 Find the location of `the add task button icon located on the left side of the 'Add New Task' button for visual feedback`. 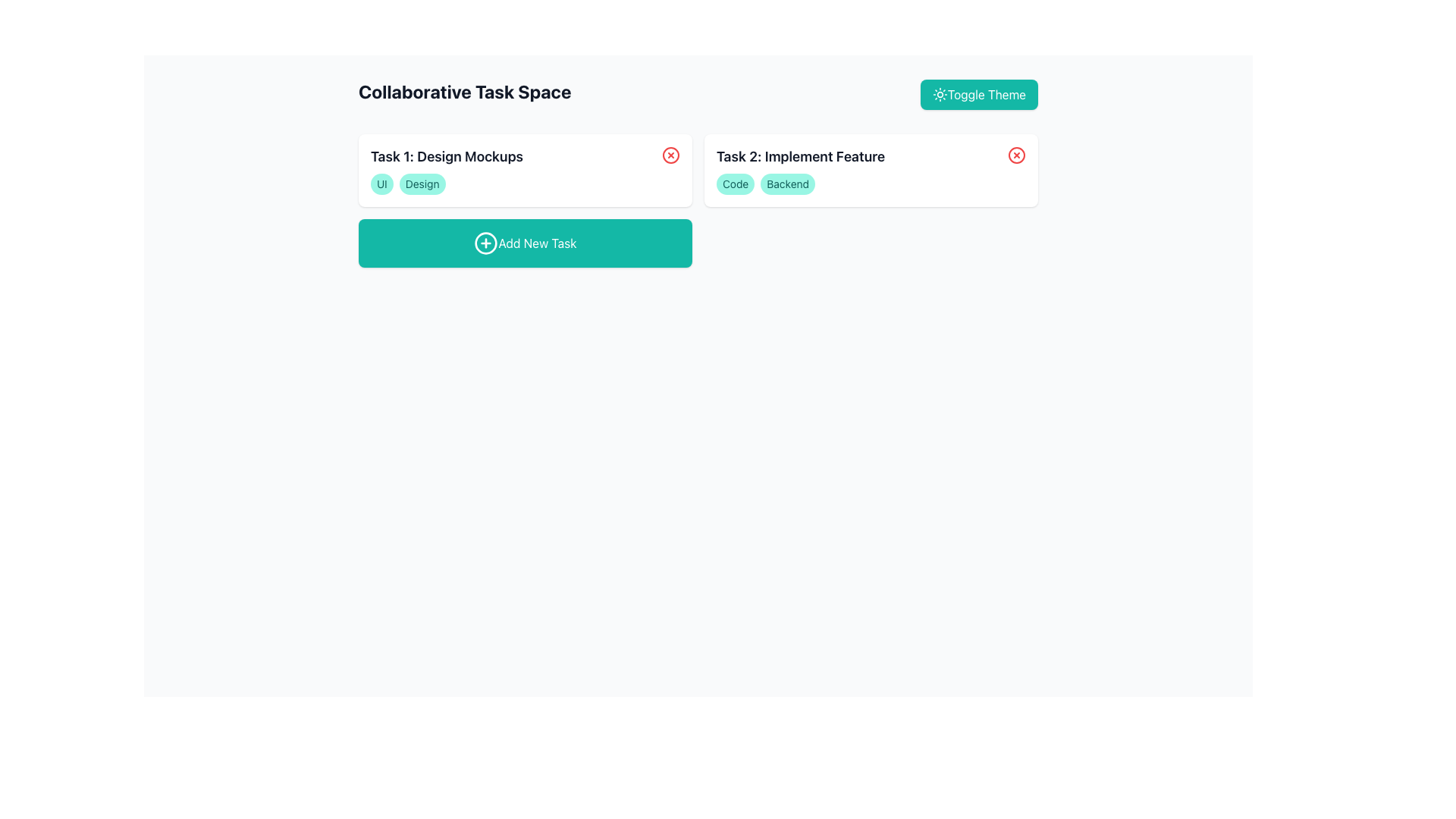

the add task button icon located on the left side of the 'Add New Task' button for visual feedback is located at coordinates (486, 242).